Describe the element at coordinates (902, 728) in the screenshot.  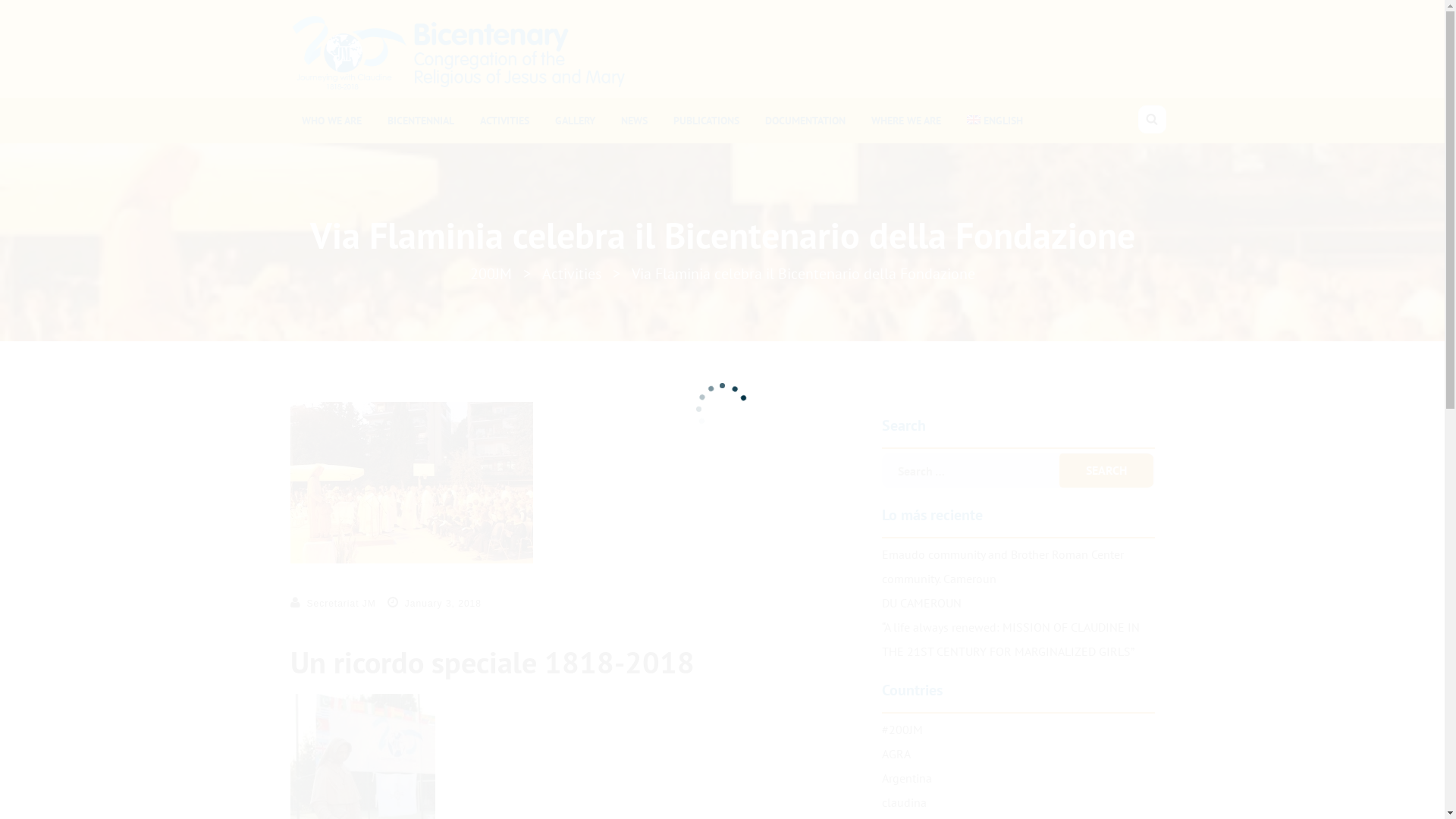
I see `'#200JM'` at that location.